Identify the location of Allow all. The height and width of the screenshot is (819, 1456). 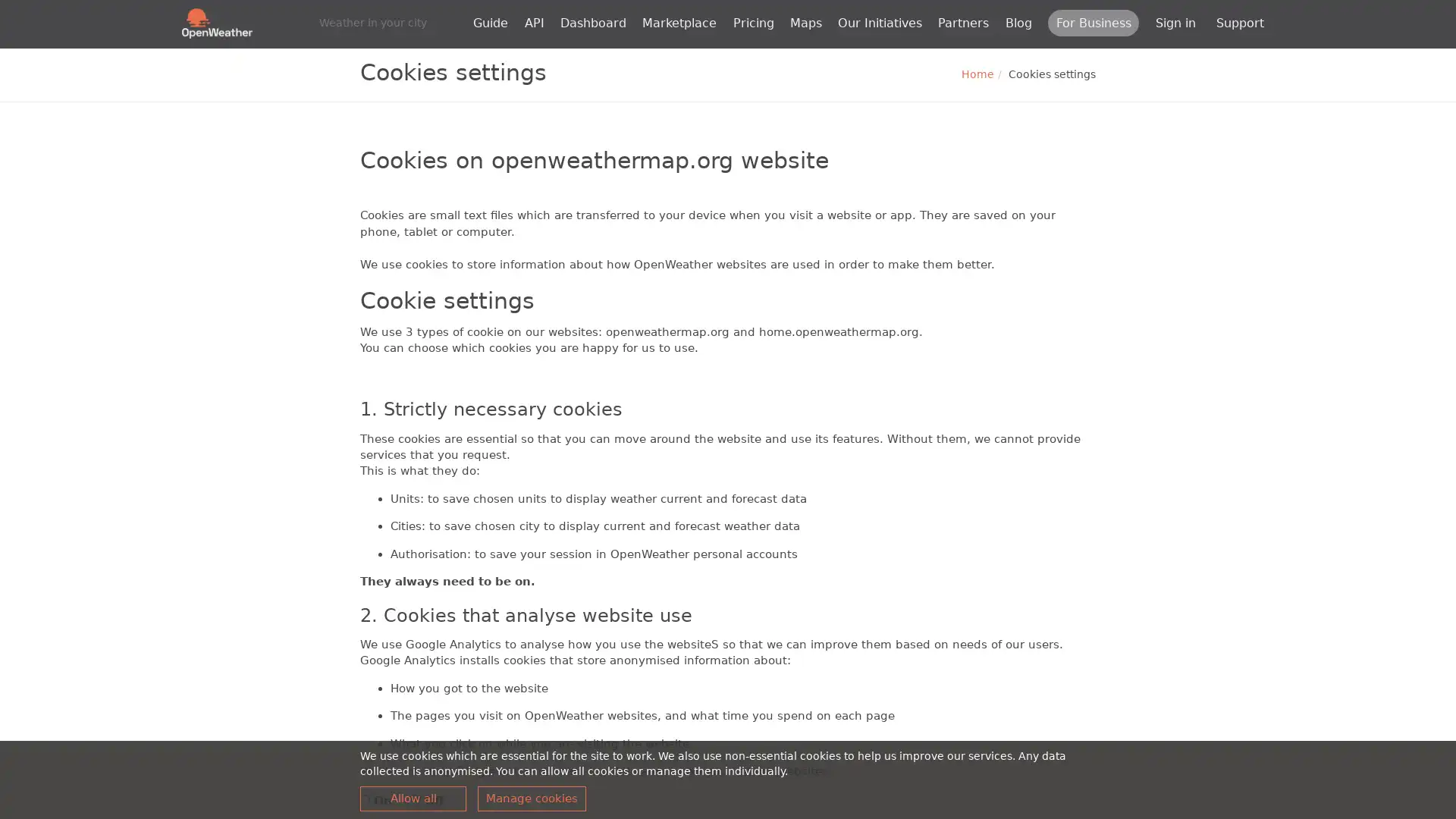
(413, 798).